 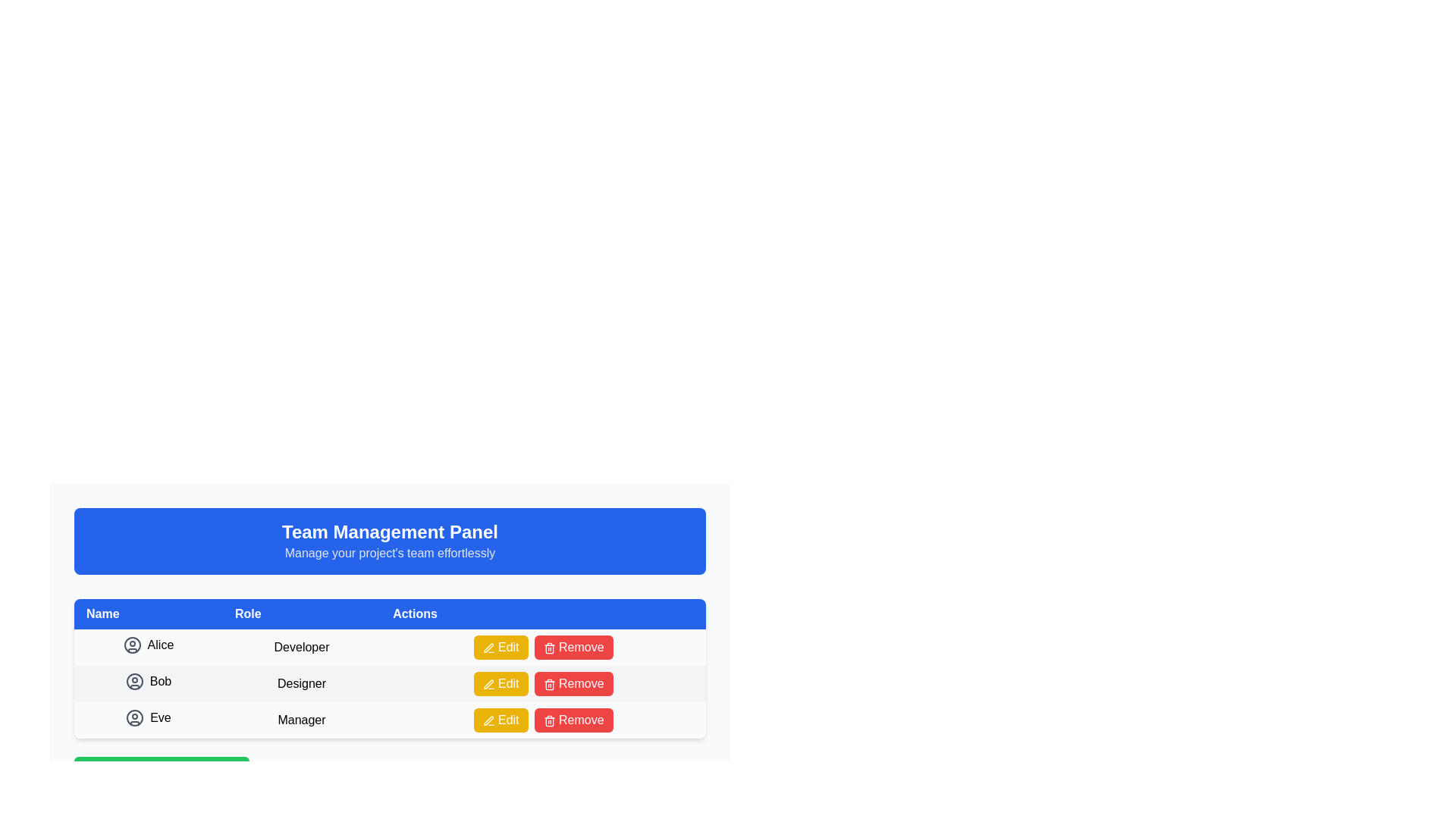 What do you see at coordinates (488, 684) in the screenshot?
I see `the small pen icon in the 'Actions' column of the middle row` at bounding box center [488, 684].